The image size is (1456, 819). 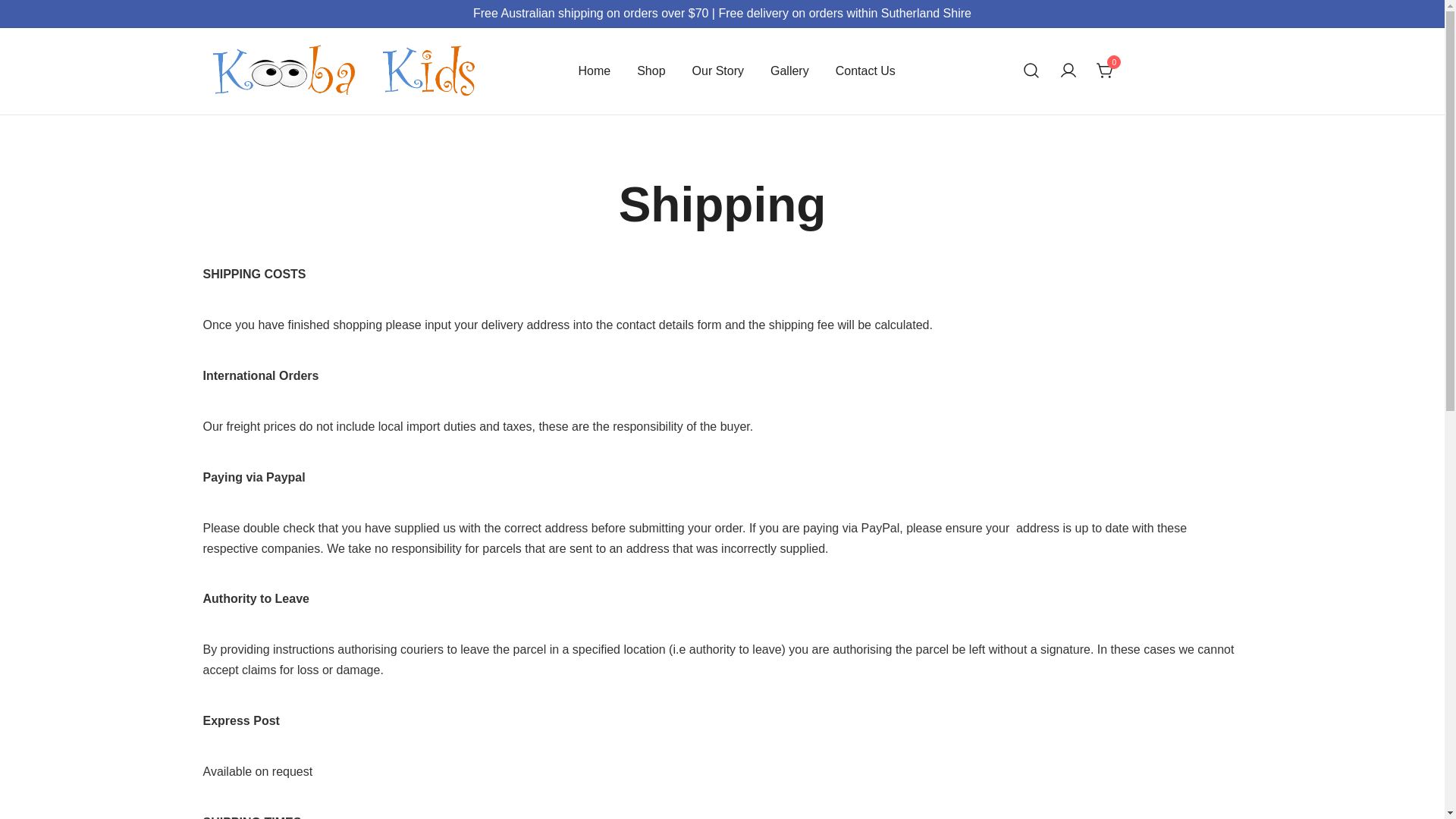 What do you see at coordinates (717, 71) in the screenshot?
I see `'Our Story'` at bounding box center [717, 71].